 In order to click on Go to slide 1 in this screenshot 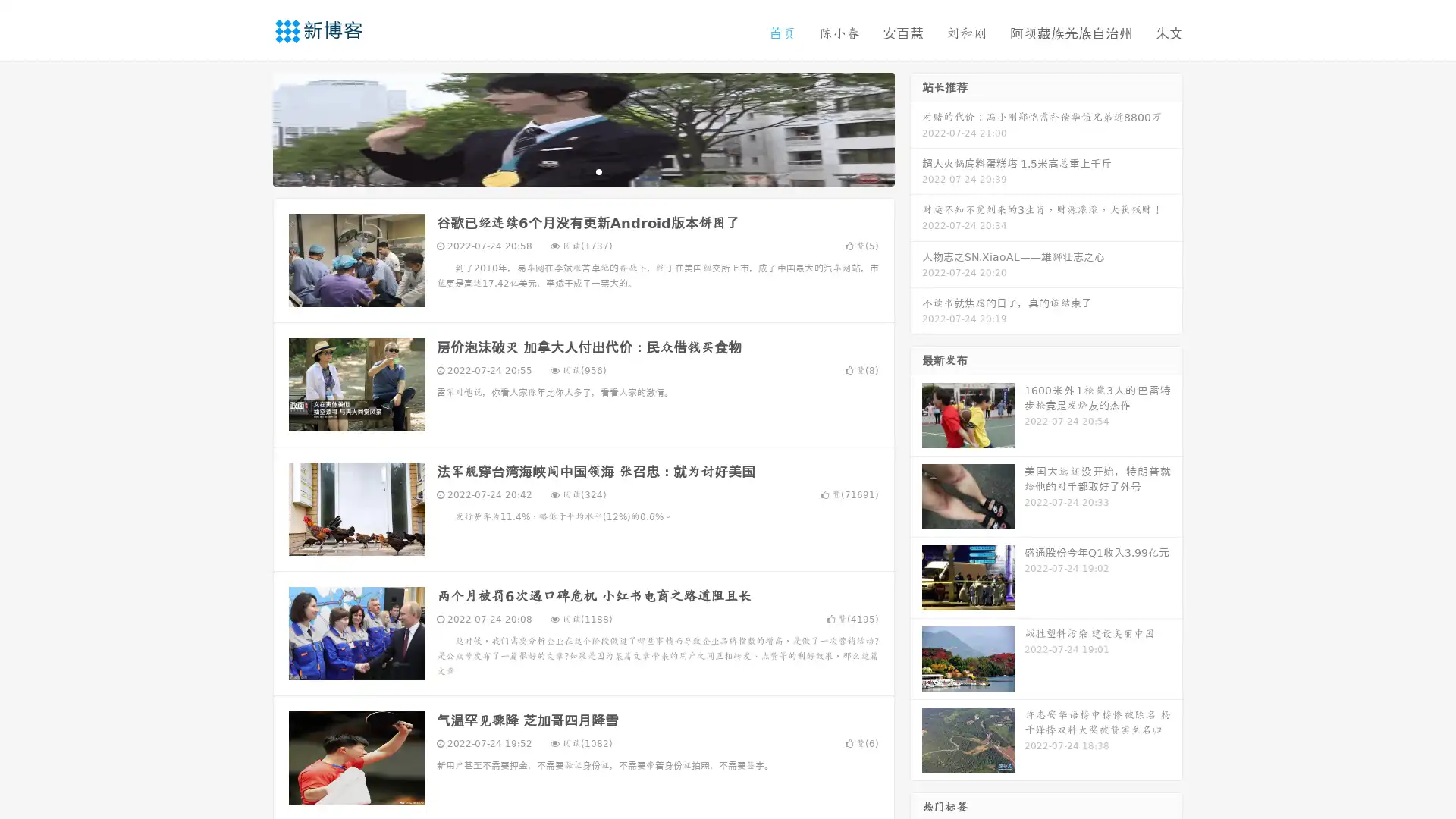, I will do `click(567, 171)`.